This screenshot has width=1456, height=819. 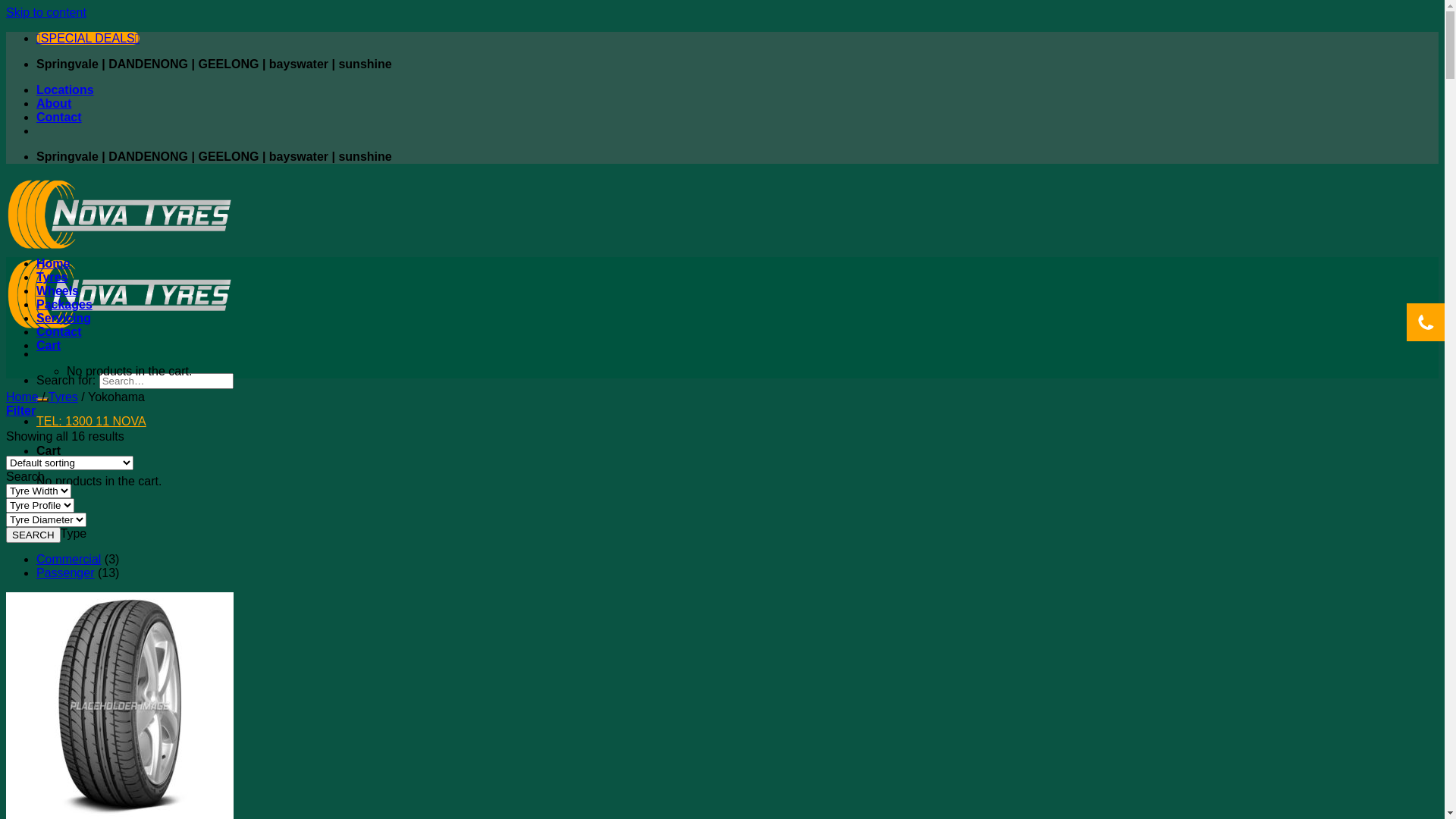 What do you see at coordinates (90, 421) in the screenshot?
I see `'TEL: 1300 11 NOVA'` at bounding box center [90, 421].